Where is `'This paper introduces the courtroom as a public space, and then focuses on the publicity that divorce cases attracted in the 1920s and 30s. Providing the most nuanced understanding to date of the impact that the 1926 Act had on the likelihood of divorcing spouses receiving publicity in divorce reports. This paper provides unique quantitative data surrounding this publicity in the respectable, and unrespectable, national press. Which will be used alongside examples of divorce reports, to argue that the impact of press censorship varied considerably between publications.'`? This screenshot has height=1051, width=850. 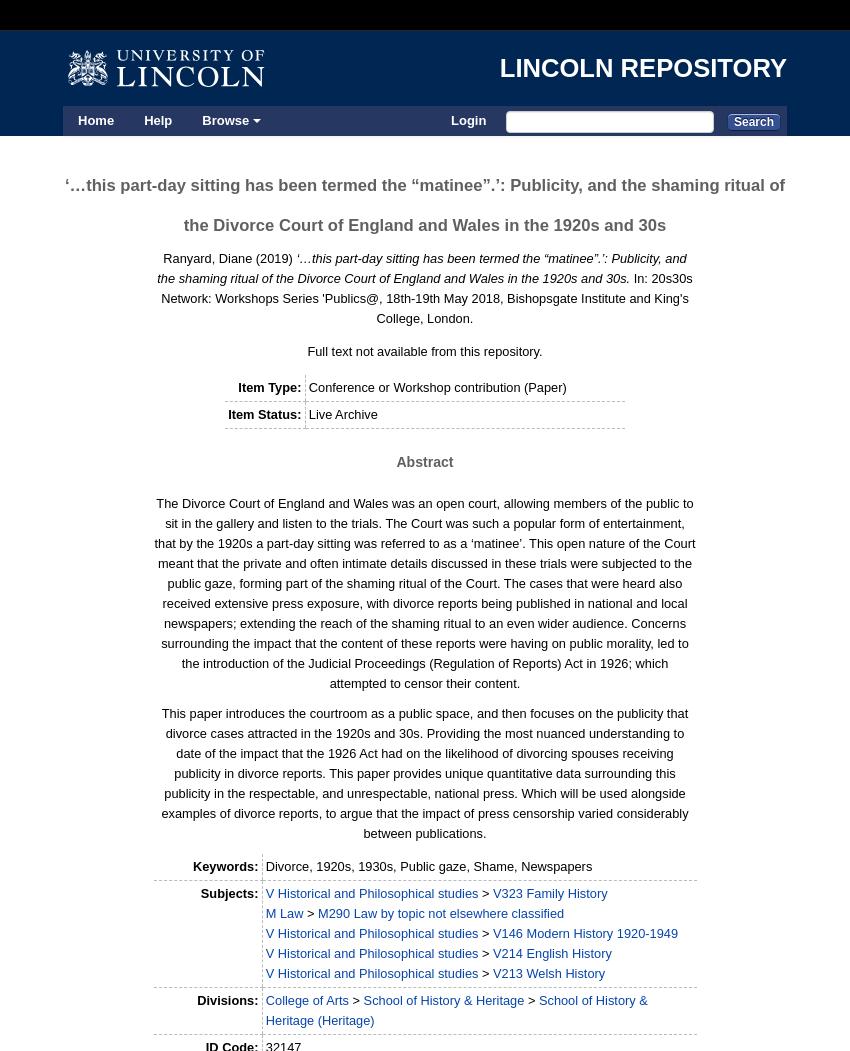 'This paper introduces the courtroom as a public space, and then focuses on the publicity that divorce cases attracted in the 1920s and 30s. Providing the most nuanced understanding to date of the impact that the 1926 Act had on the likelihood of divorcing spouses receiving publicity in divorce reports. This paper provides unique quantitative data surrounding this publicity in the respectable, and unrespectable, national press. Which will be used alongside examples of divorce reports, to argue that the impact of press censorship varied considerably between publications.' is located at coordinates (160, 772).